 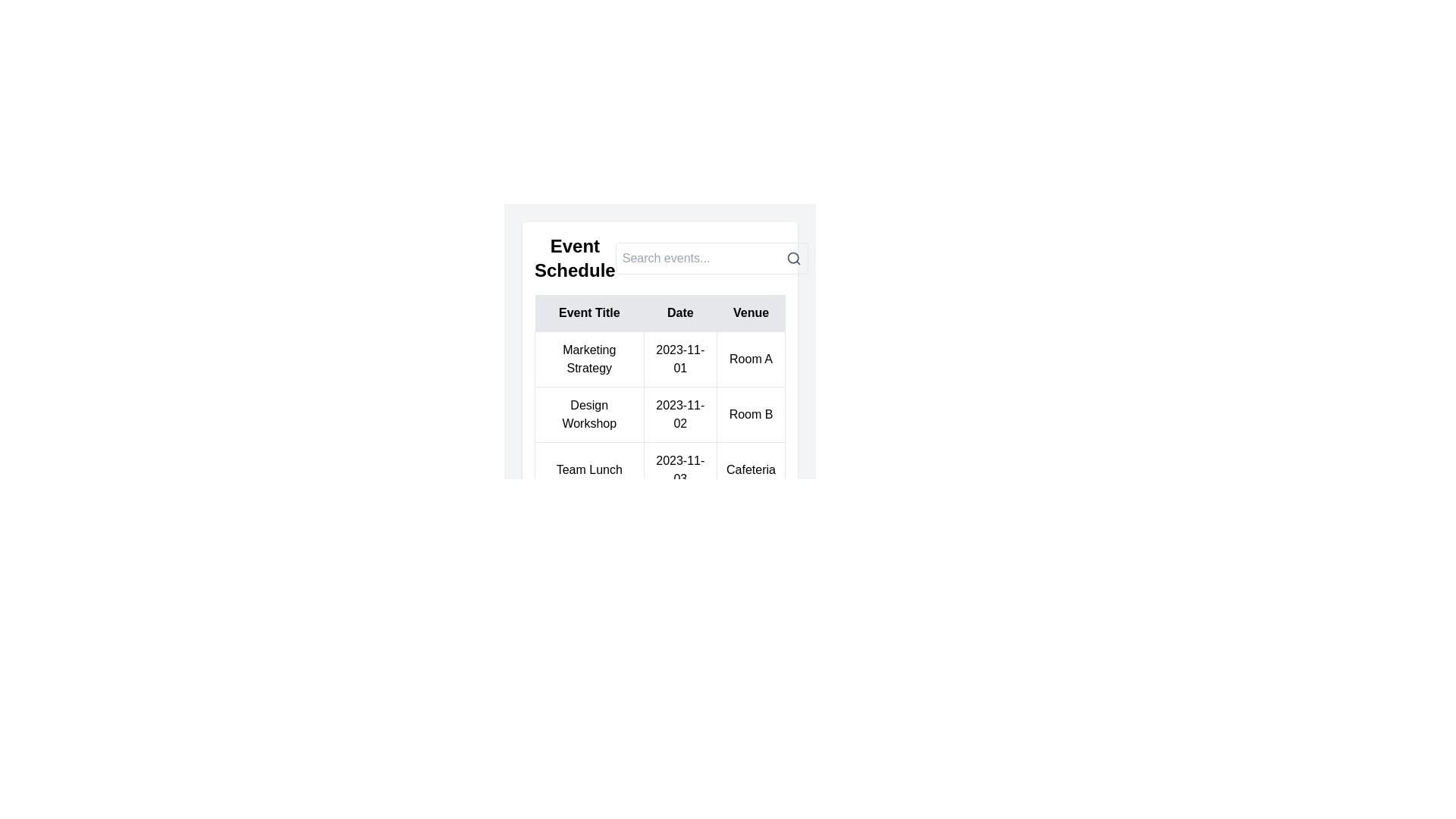 I want to click on the Text element displaying '2023-11-03' located in the third row of the table under the 'Date' column, bordered with a thin frame, so click(x=679, y=469).